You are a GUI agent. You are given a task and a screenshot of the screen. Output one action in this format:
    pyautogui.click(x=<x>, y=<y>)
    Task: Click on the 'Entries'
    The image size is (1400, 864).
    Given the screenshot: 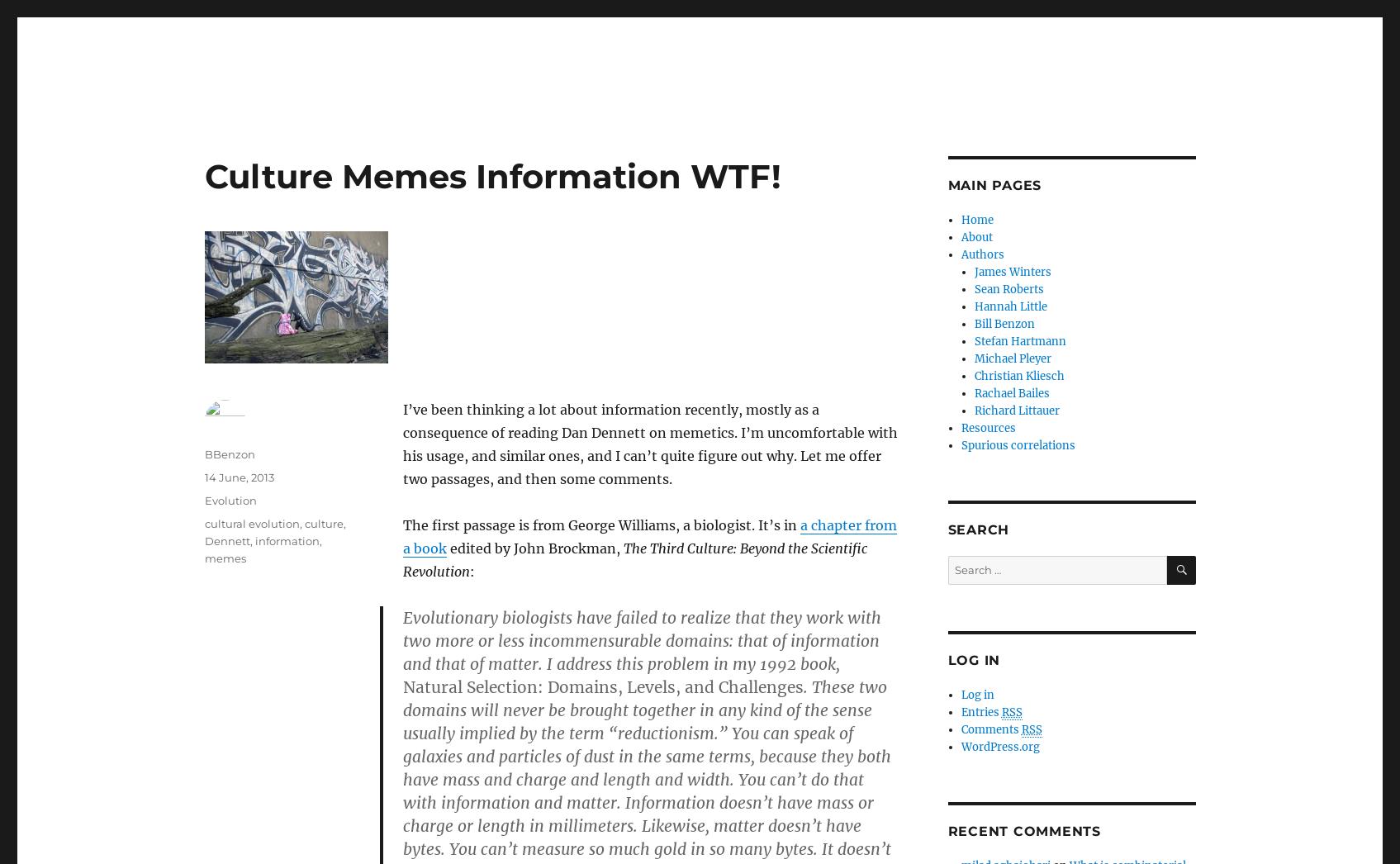 What is the action you would take?
    pyautogui.click(x=980, y=711)
    